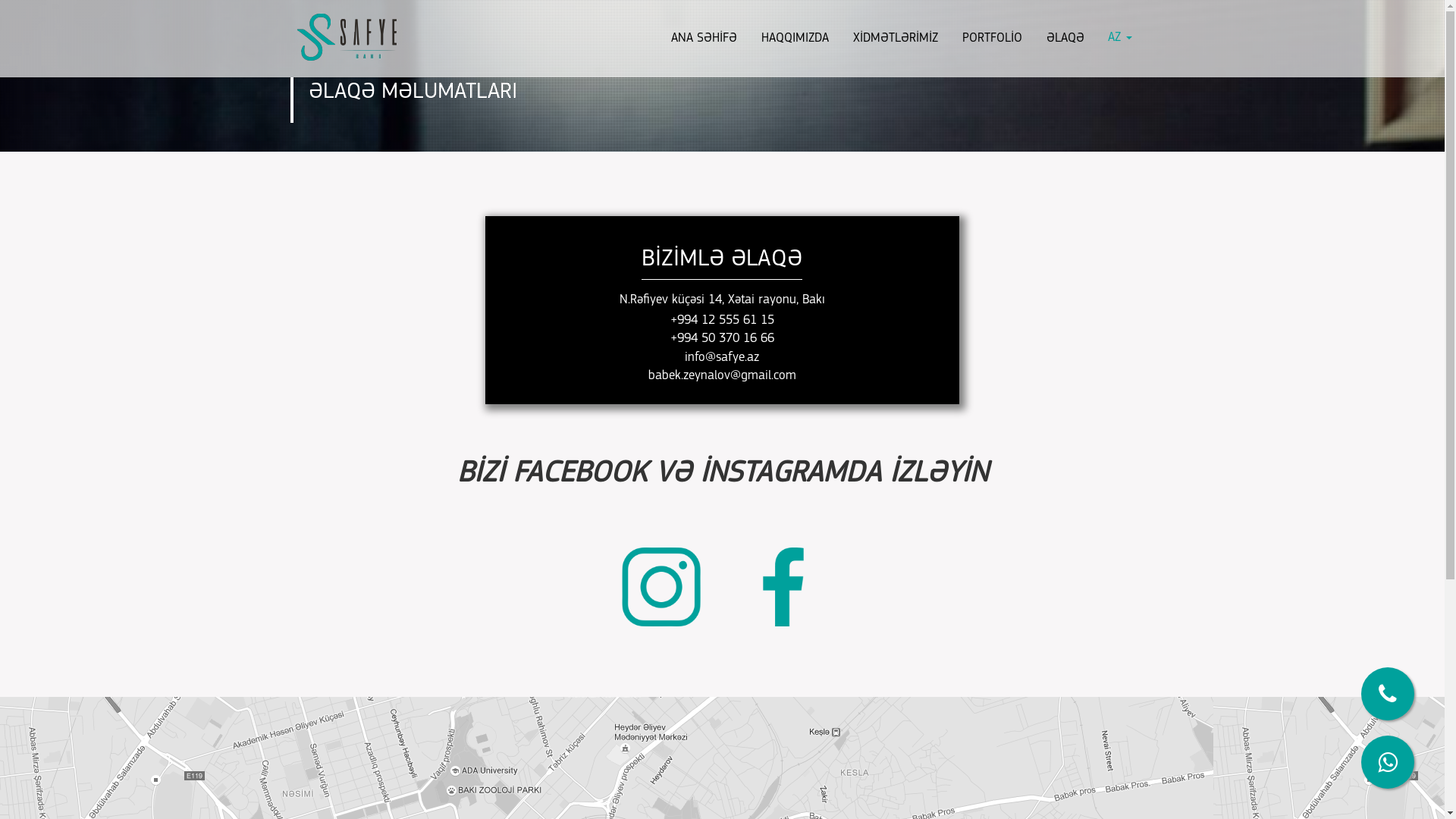 The width and height of the screenshot is (1456, 819). What do you see at coordinates (794, 37) in the screenshot?
I see `'HAQQIMIZDA'` at bounding box center [794, 37].